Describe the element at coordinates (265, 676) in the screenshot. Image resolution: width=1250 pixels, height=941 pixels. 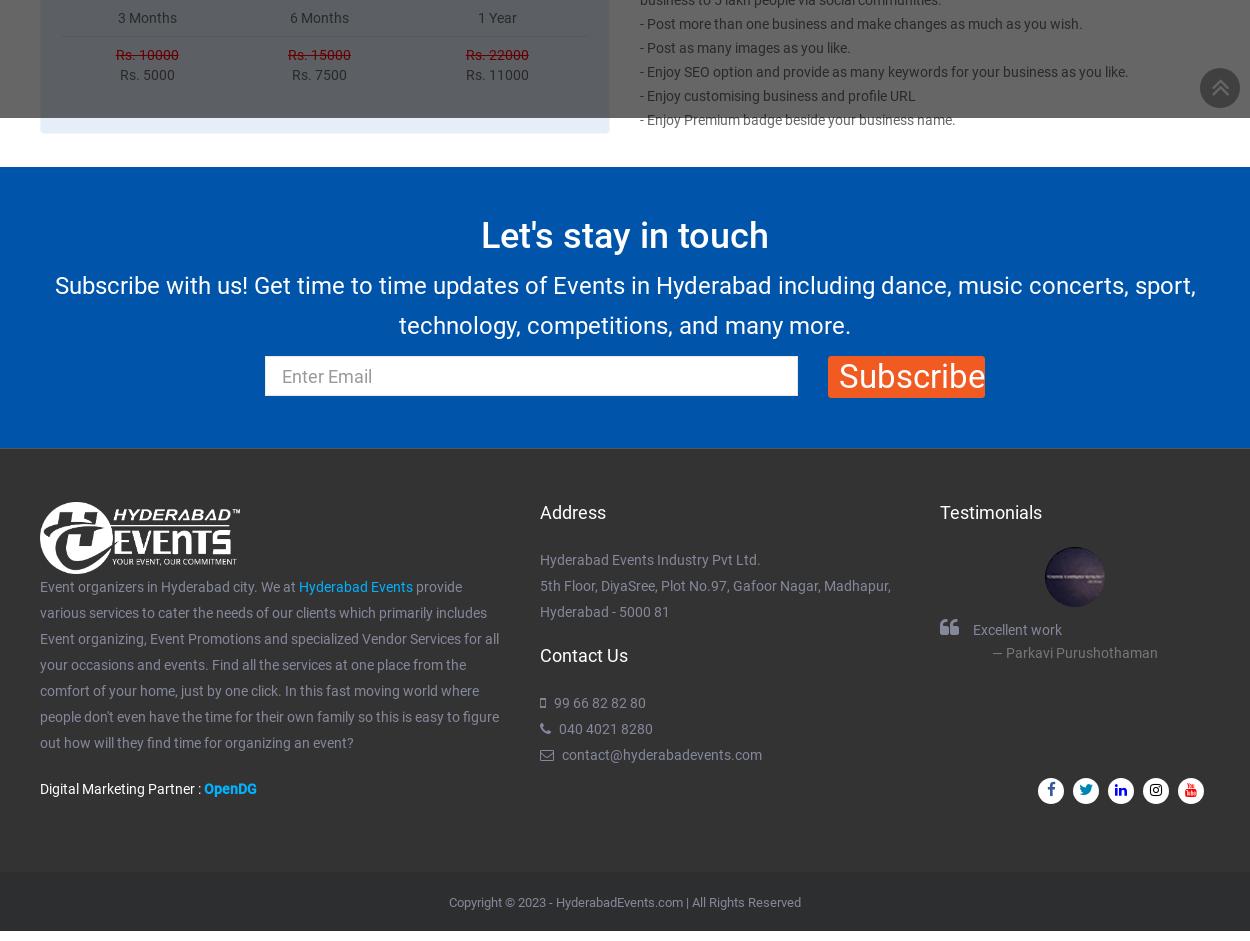
I see `'I recommend this firm because they provide best service for all and they are professional at their work , they focus on their job and as well as to meet the customer satisfaction'` at that location.